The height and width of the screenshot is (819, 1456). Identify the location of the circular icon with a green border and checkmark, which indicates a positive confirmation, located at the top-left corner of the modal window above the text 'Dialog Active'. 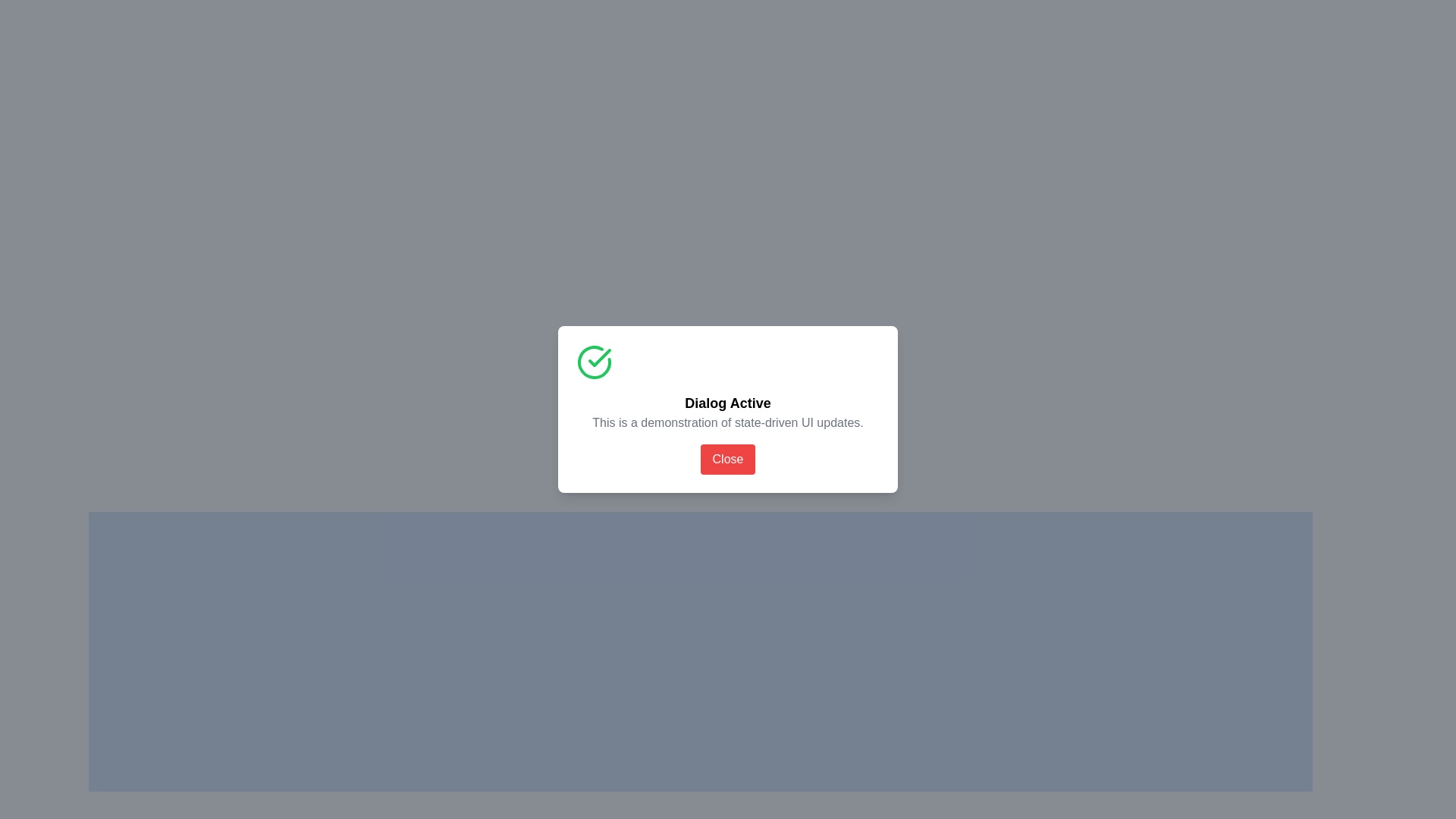
(593, 362).